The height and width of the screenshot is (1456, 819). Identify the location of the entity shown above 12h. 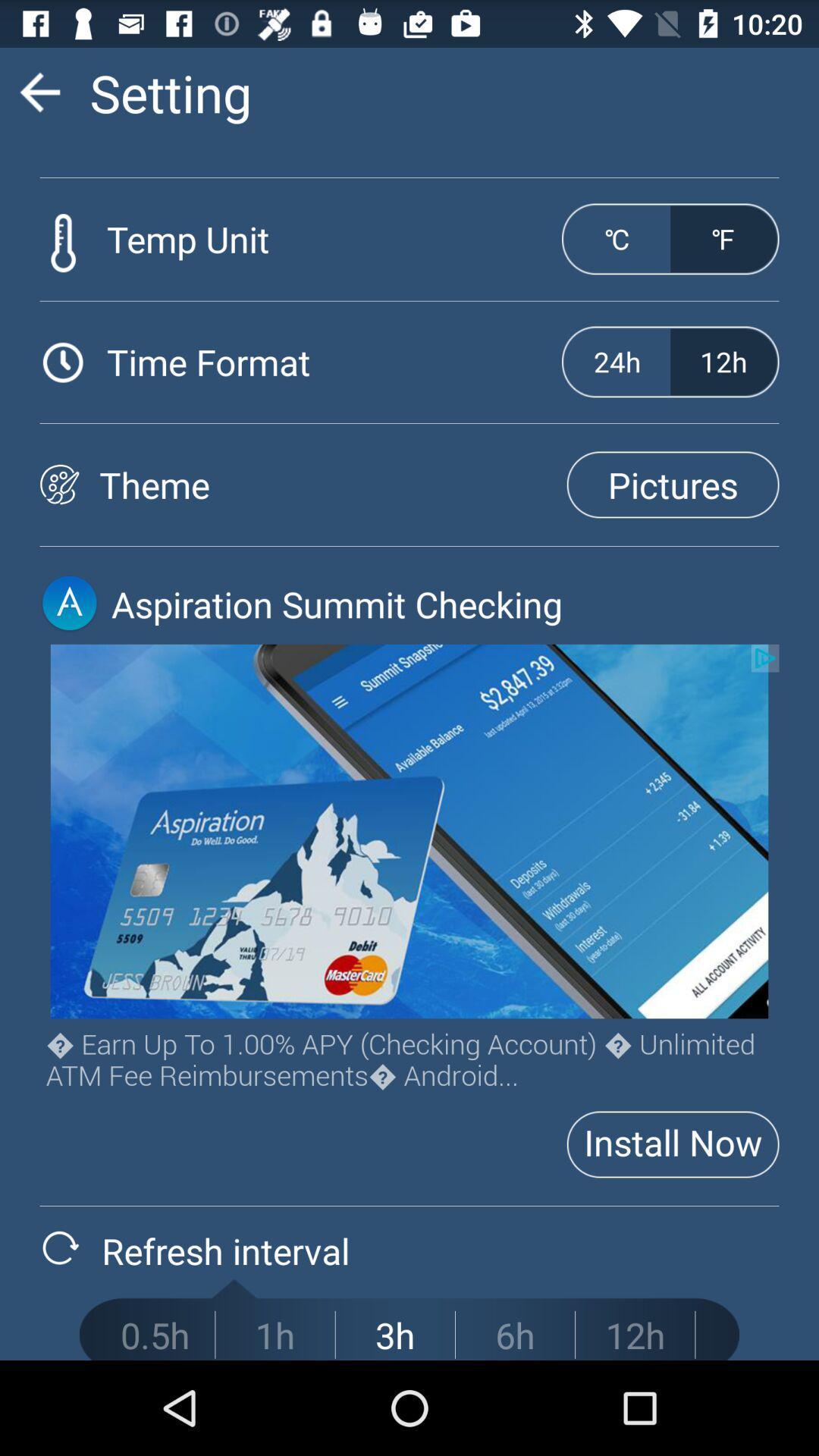
(723, 238).